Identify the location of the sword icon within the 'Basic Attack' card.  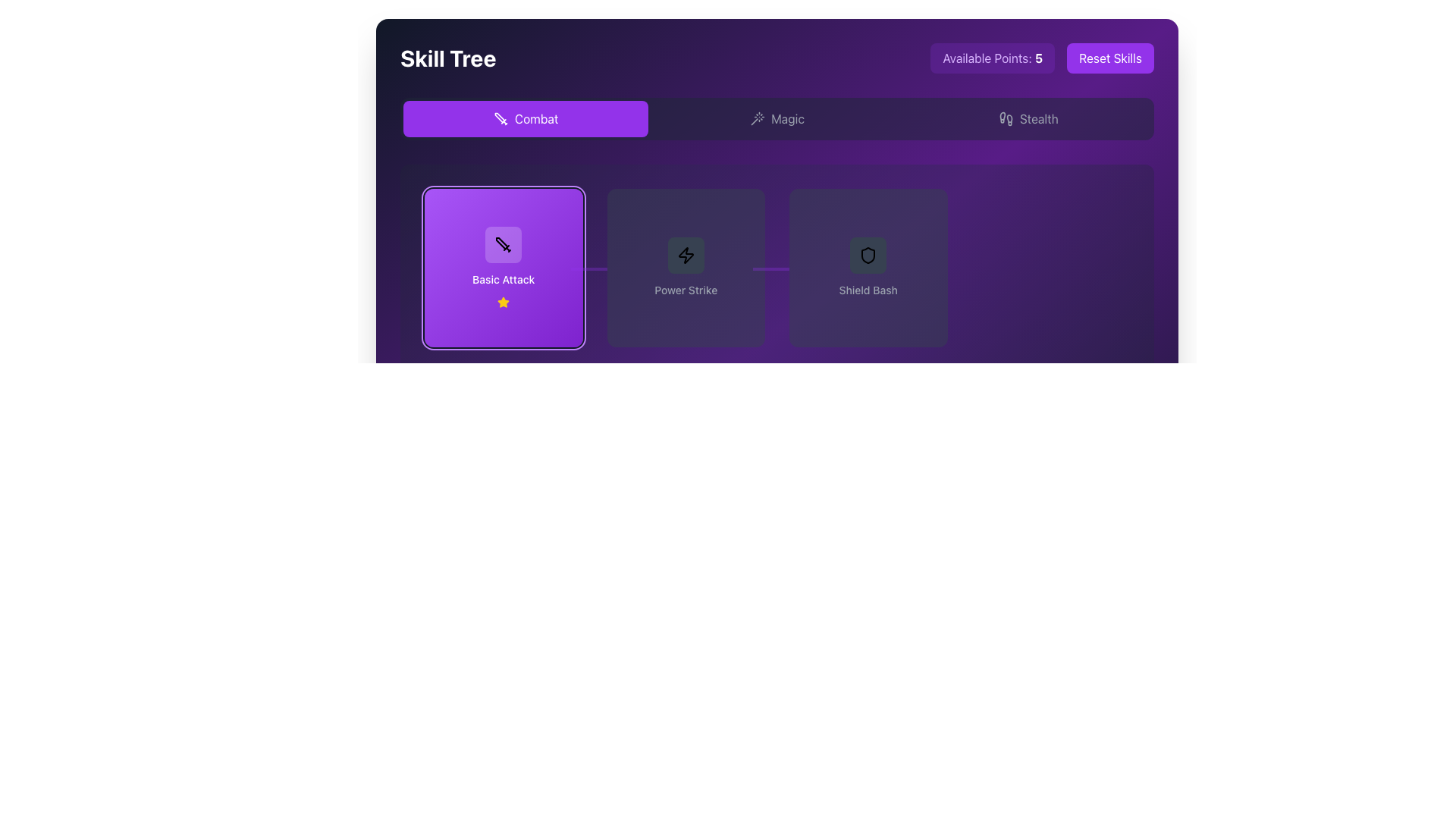
(504, 244).